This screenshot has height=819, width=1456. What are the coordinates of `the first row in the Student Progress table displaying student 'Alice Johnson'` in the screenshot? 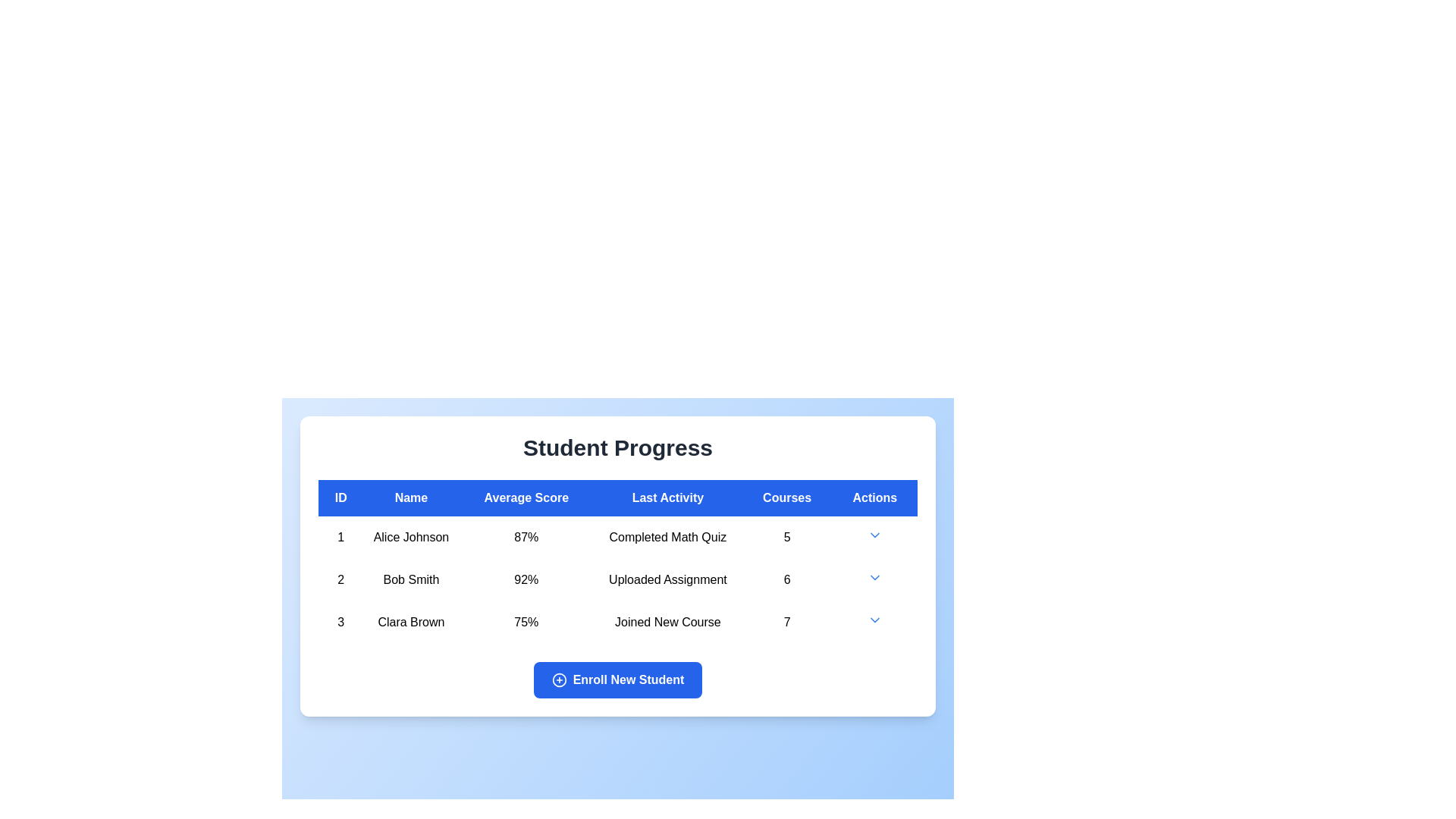 It's located at (618, 537).